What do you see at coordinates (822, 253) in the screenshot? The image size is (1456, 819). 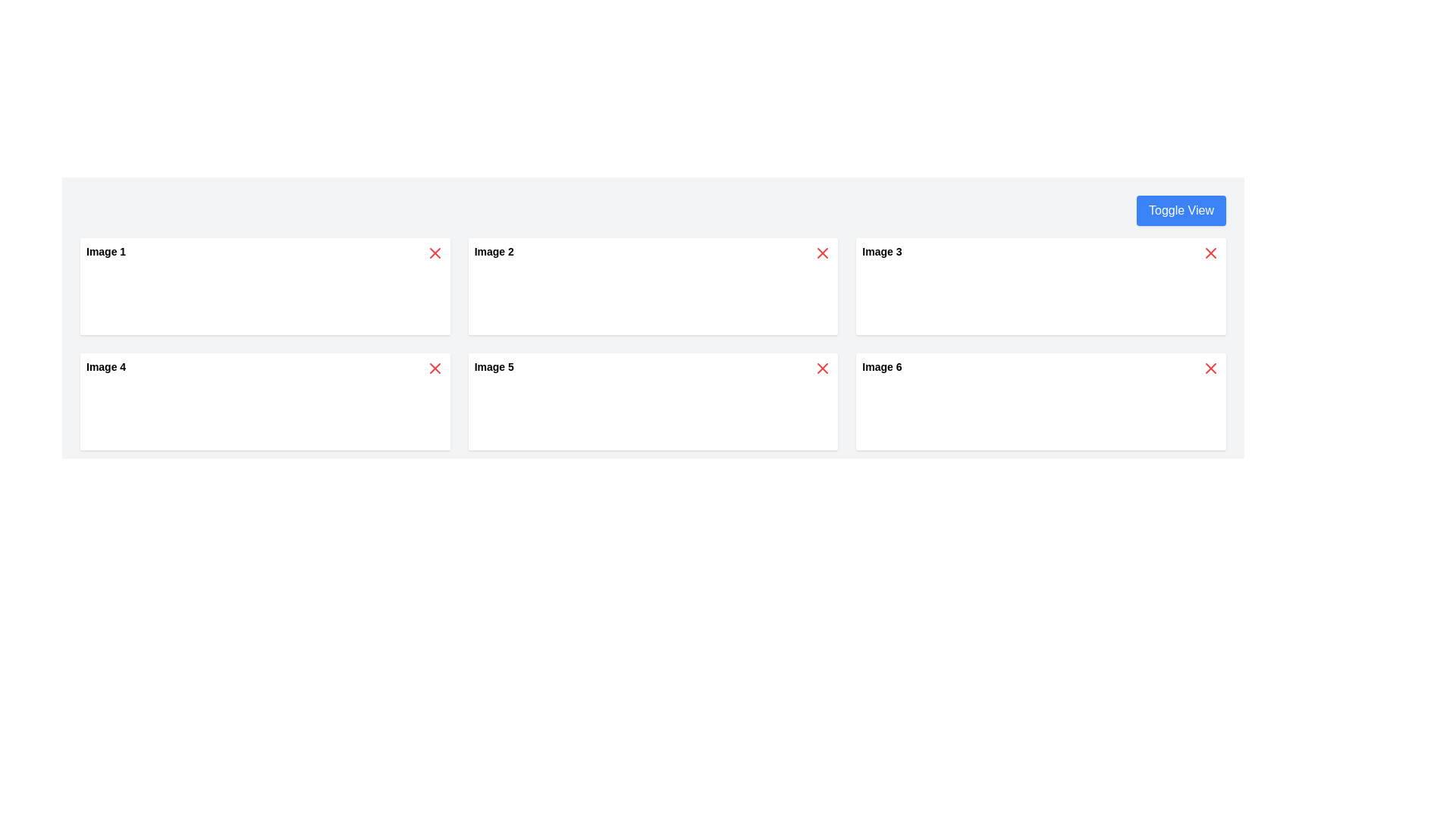 I see `the close button located in the top right corner of the second box in the first row of the grid layout` at bounding box center [822, 253].